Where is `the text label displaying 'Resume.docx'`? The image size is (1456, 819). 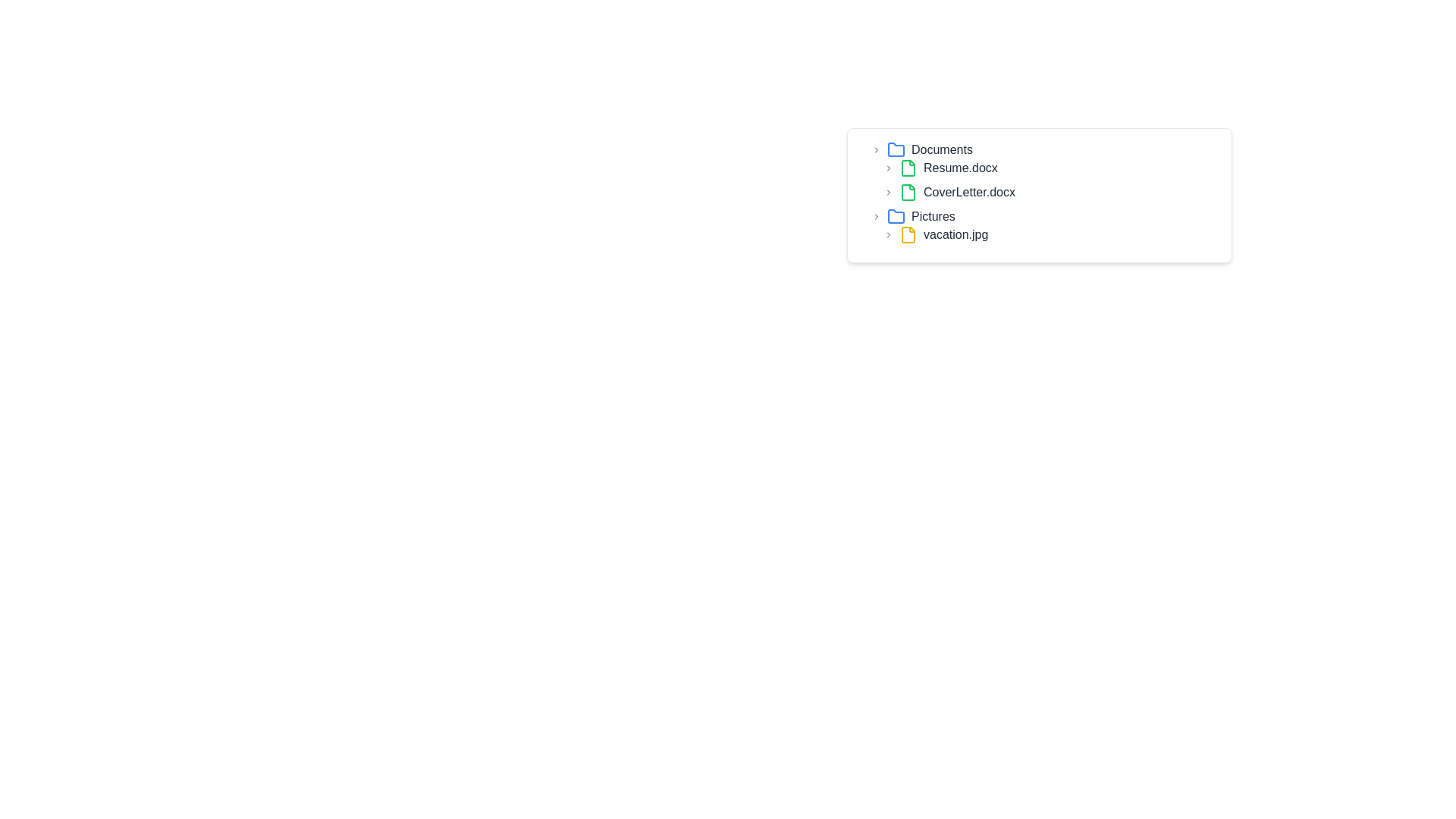
the text label displaying 'Resume.docx' is located at coordinates (959, 168).